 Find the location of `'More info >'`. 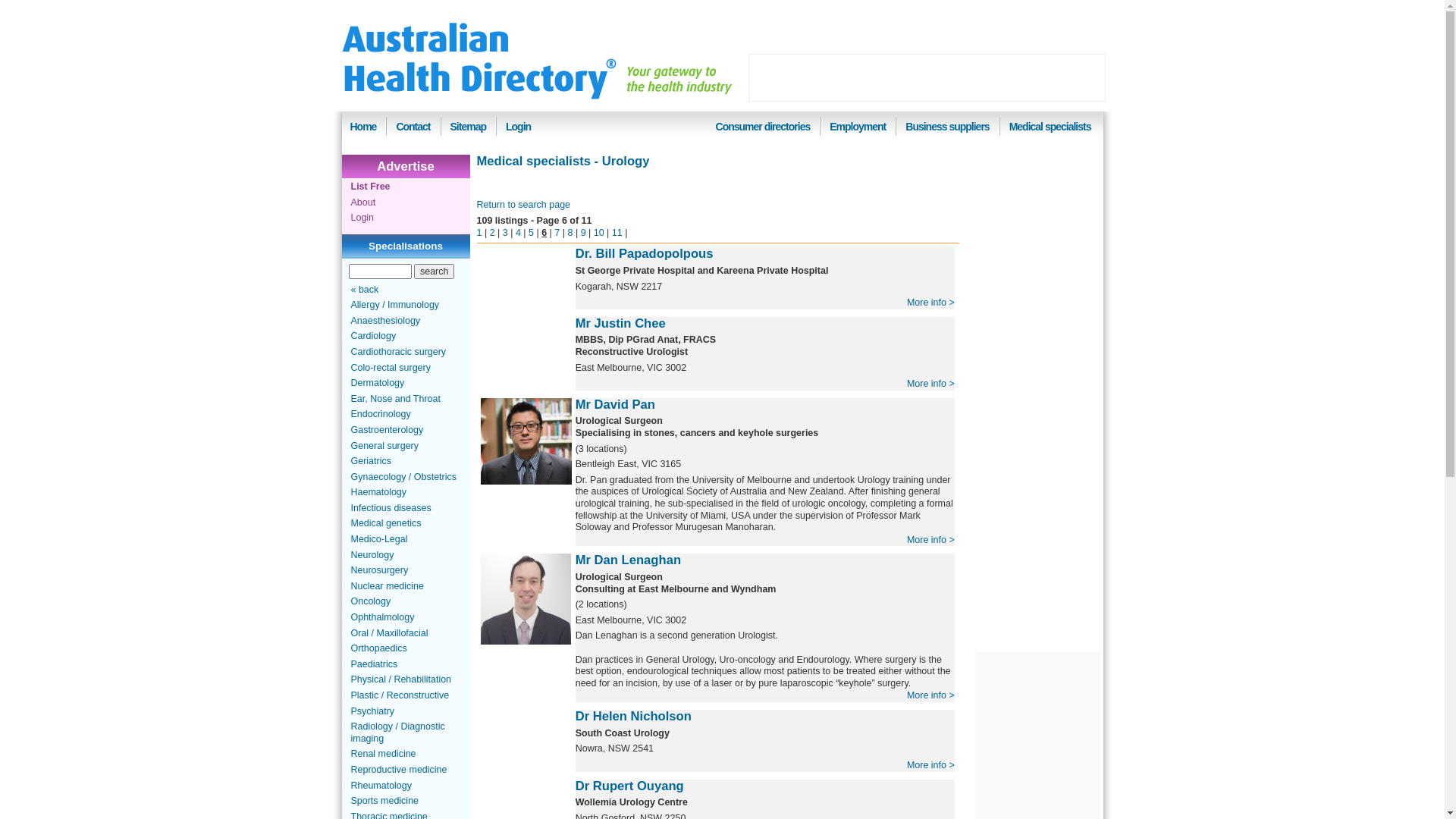

'More info >' is located at coordinates (906, 695).